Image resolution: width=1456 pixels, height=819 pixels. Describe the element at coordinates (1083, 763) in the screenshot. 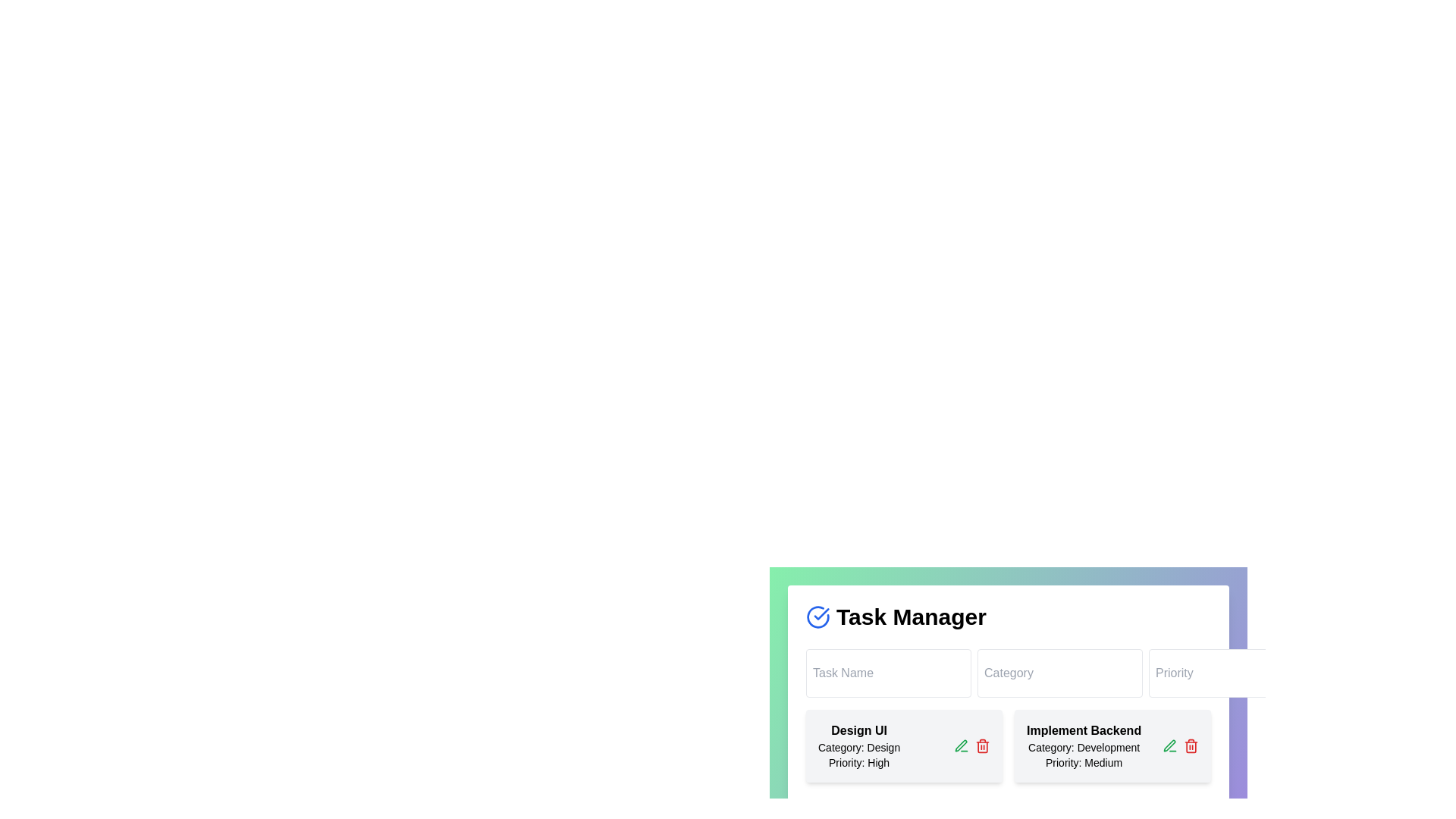

I see `the text label displaying 'Priority: Medium', which is located at the bottom of the 'Implement Backend' task card` at that location.